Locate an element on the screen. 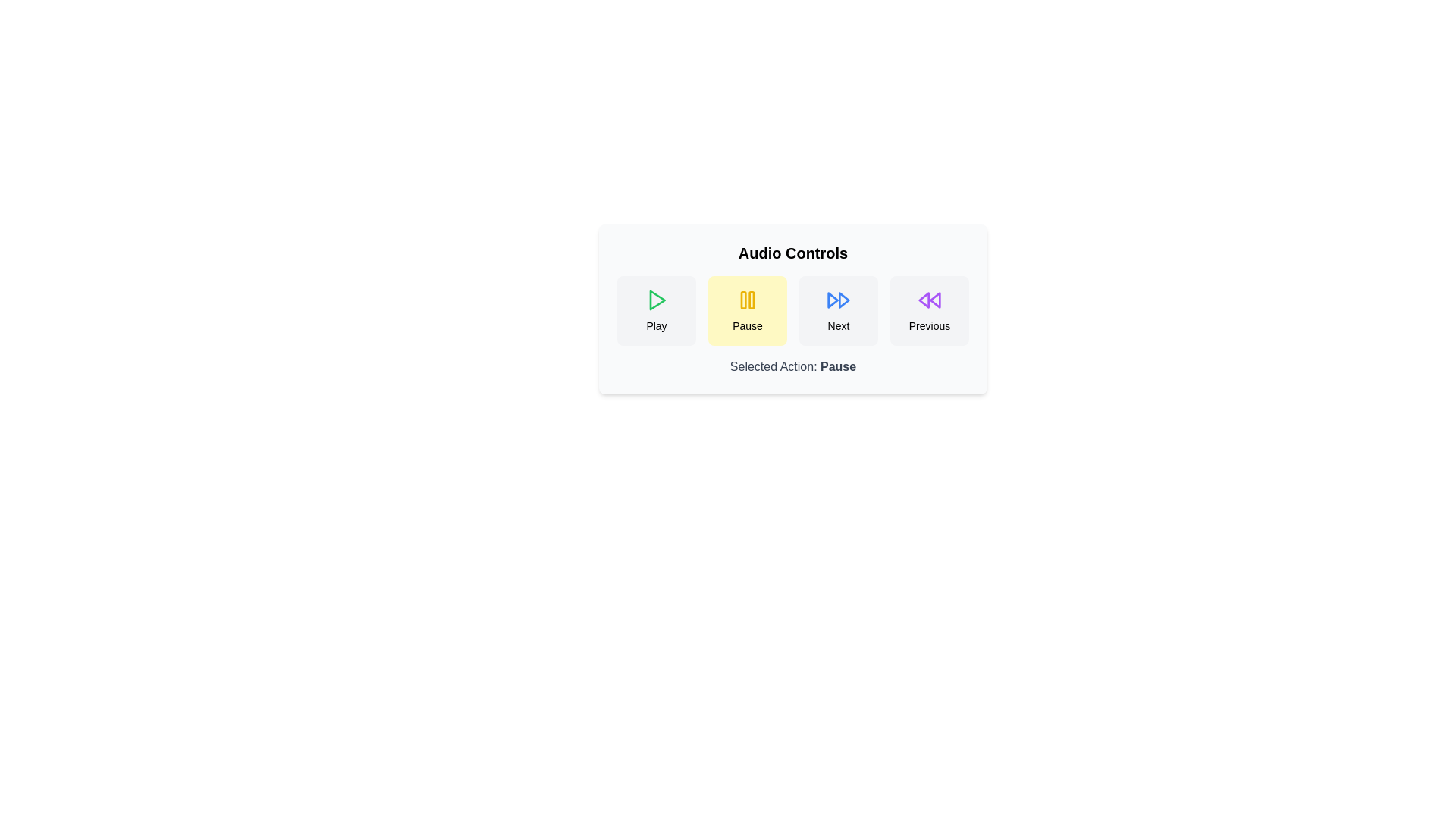 The image size is (1456, 819). the action Next by clicking on the corresponding button is located at coordinates (837, 309).